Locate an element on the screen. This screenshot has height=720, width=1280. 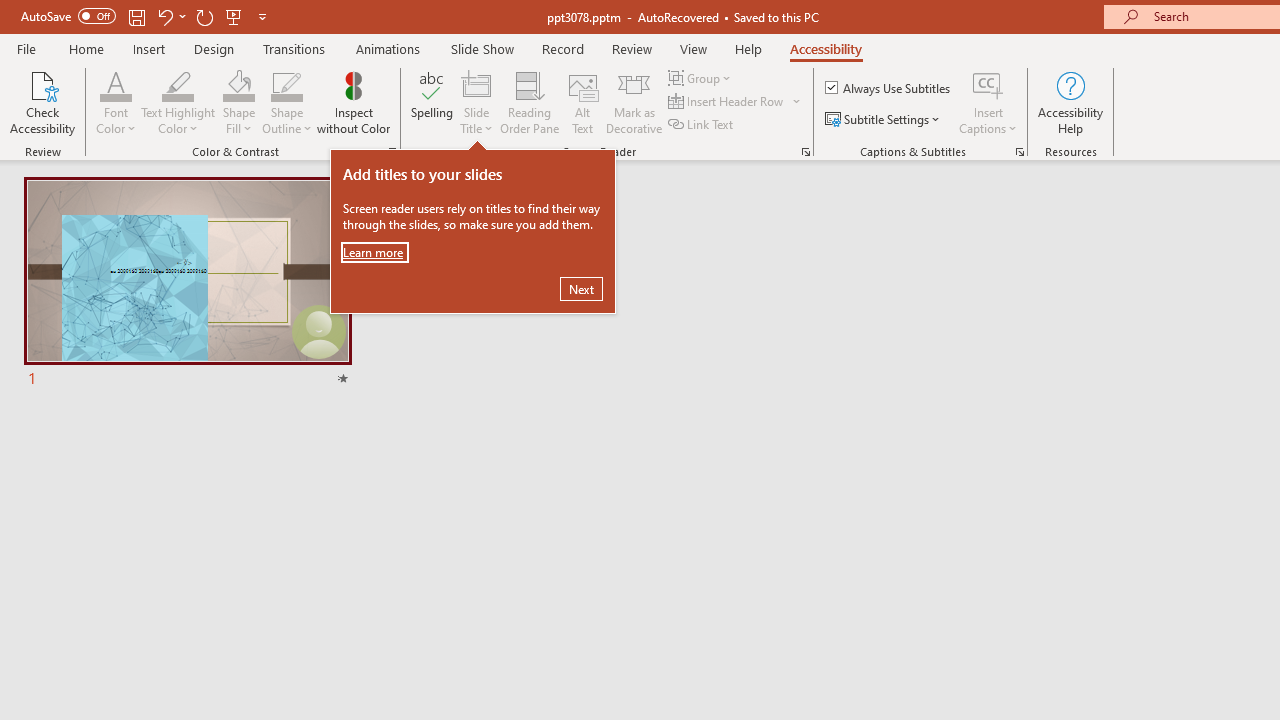
'Slide Title' is located at coordinates (475, 84).